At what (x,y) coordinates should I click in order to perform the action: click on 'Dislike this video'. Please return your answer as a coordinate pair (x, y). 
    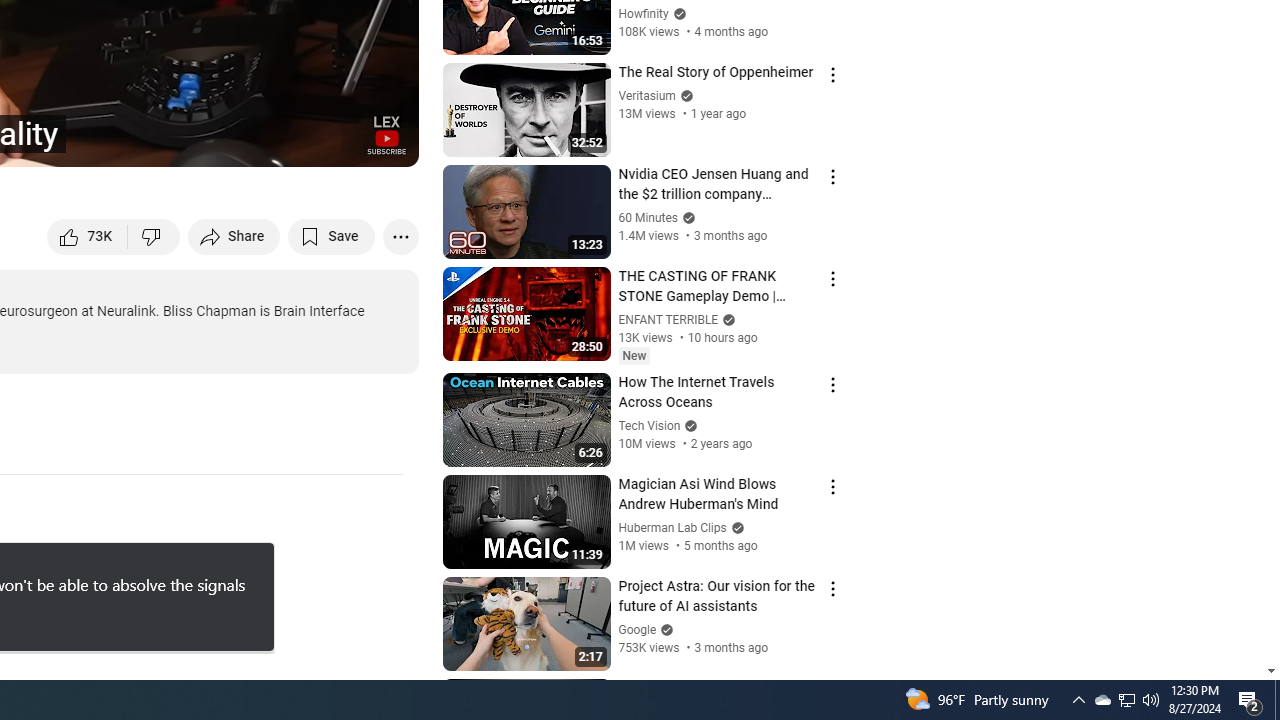
    Looking at the image, I should click on (153, 235).